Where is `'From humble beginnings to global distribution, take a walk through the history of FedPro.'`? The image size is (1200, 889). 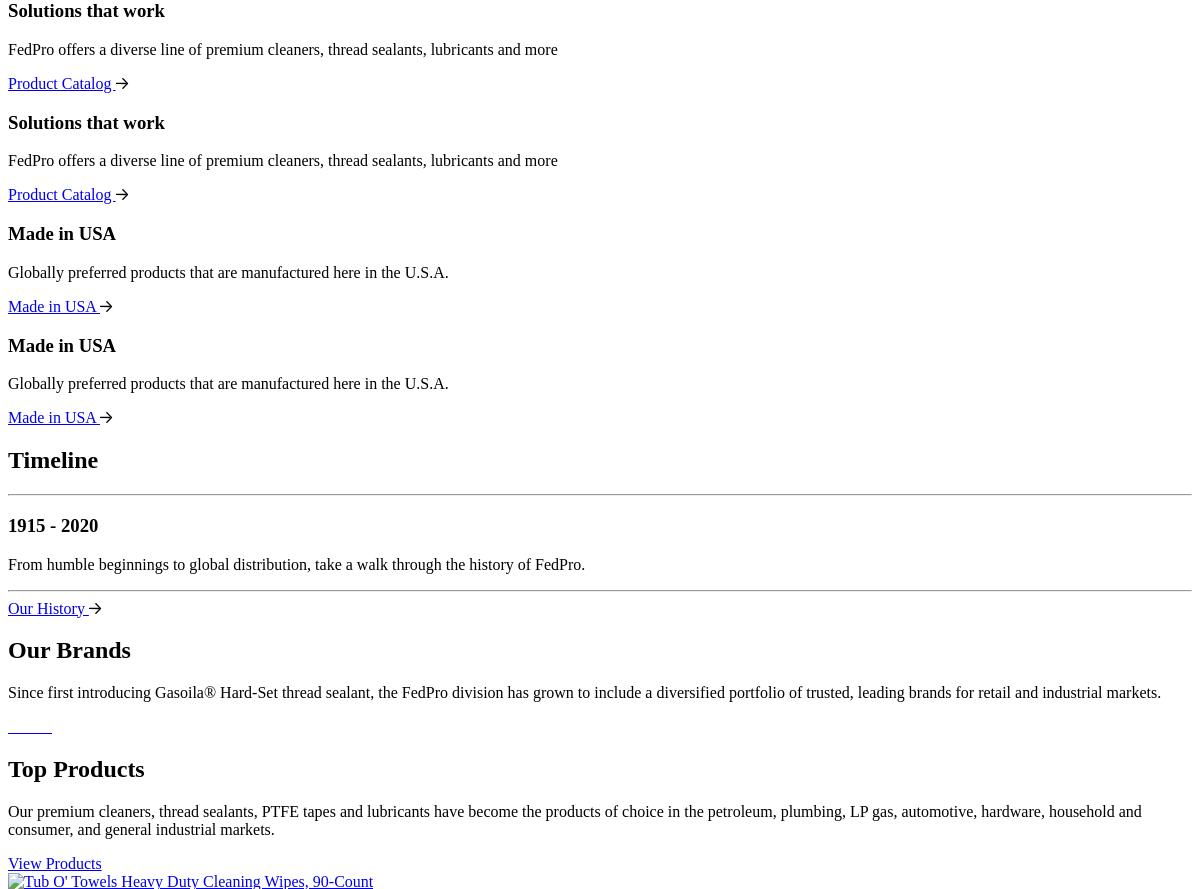
'From humble beginnings to global distribution, take a walk through the history of FedPro.' is located at coordinates (8, 563).